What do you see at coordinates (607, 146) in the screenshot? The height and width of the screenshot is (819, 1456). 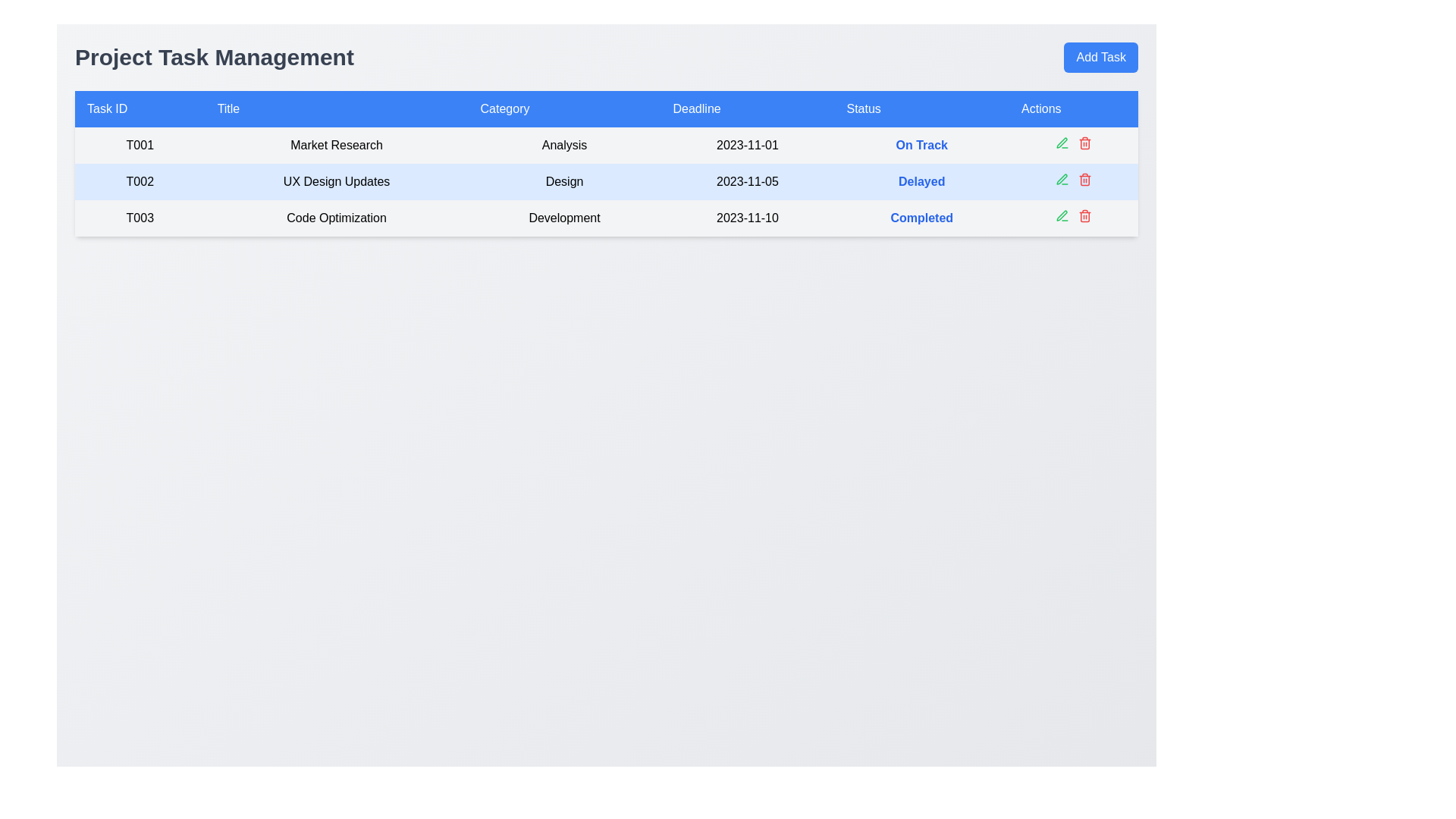 I see `the interactive elements within the first row of the table that displays task information, including Task ID, Title, Category, Deadline, Status, and Actions` at bounding box center [607, 146].